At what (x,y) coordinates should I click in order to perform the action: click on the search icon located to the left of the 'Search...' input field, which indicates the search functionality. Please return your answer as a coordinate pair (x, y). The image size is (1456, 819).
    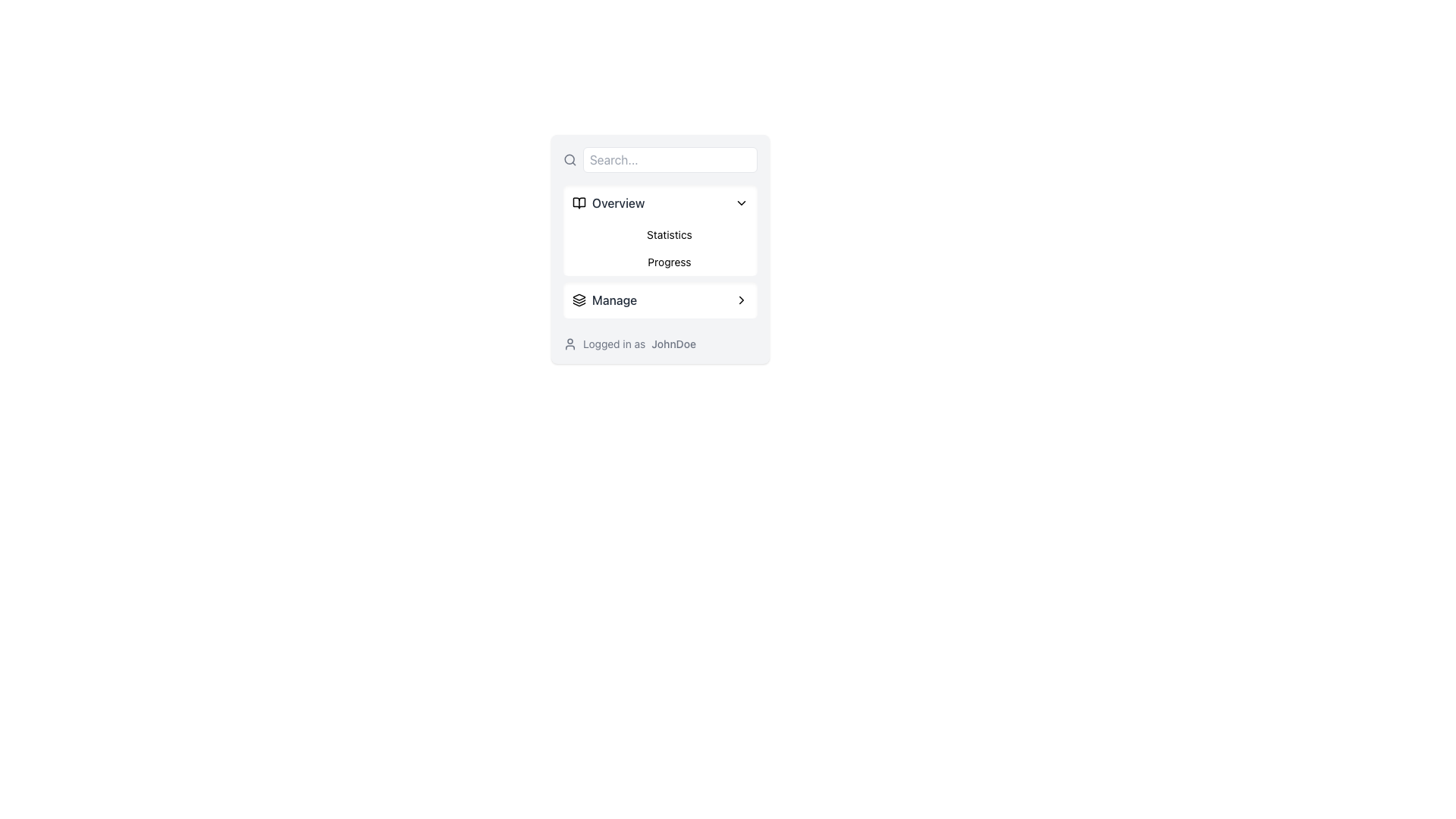
    Looking at the image, I should click on (569, 160).